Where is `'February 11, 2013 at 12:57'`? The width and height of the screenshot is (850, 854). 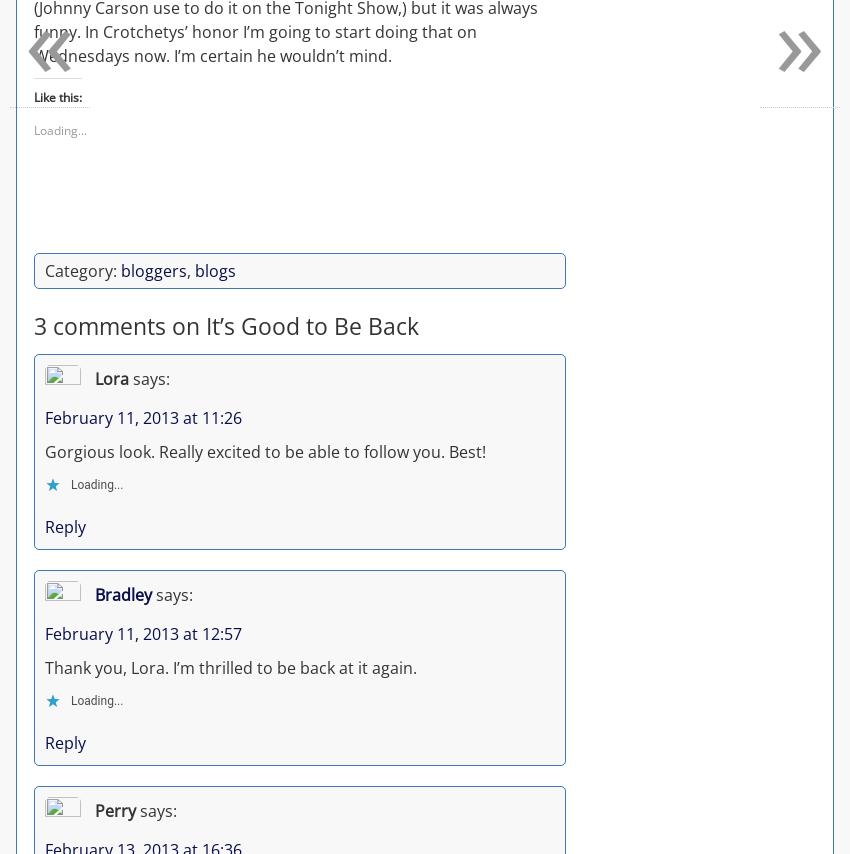
'February 11, 2013 at 12:57' is located at coordinates (143, 631).